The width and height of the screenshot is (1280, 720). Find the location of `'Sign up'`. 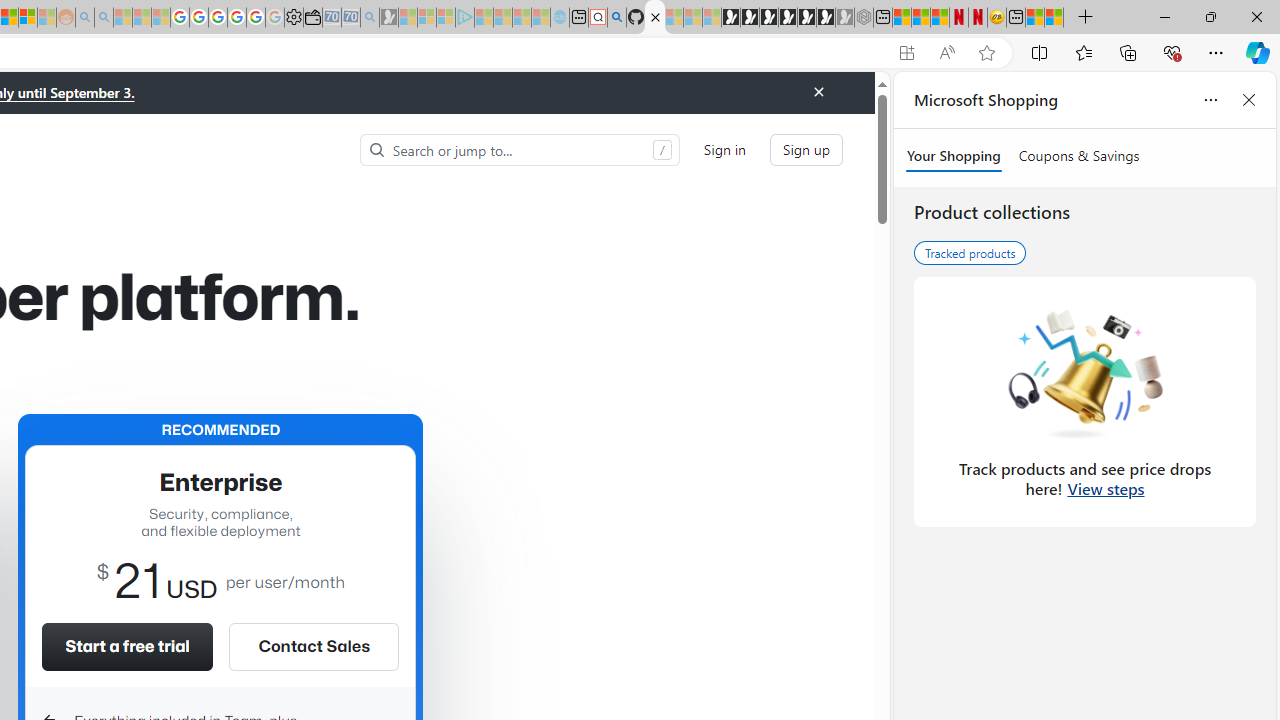

'Sign up' is located at coordinates (807, 148).